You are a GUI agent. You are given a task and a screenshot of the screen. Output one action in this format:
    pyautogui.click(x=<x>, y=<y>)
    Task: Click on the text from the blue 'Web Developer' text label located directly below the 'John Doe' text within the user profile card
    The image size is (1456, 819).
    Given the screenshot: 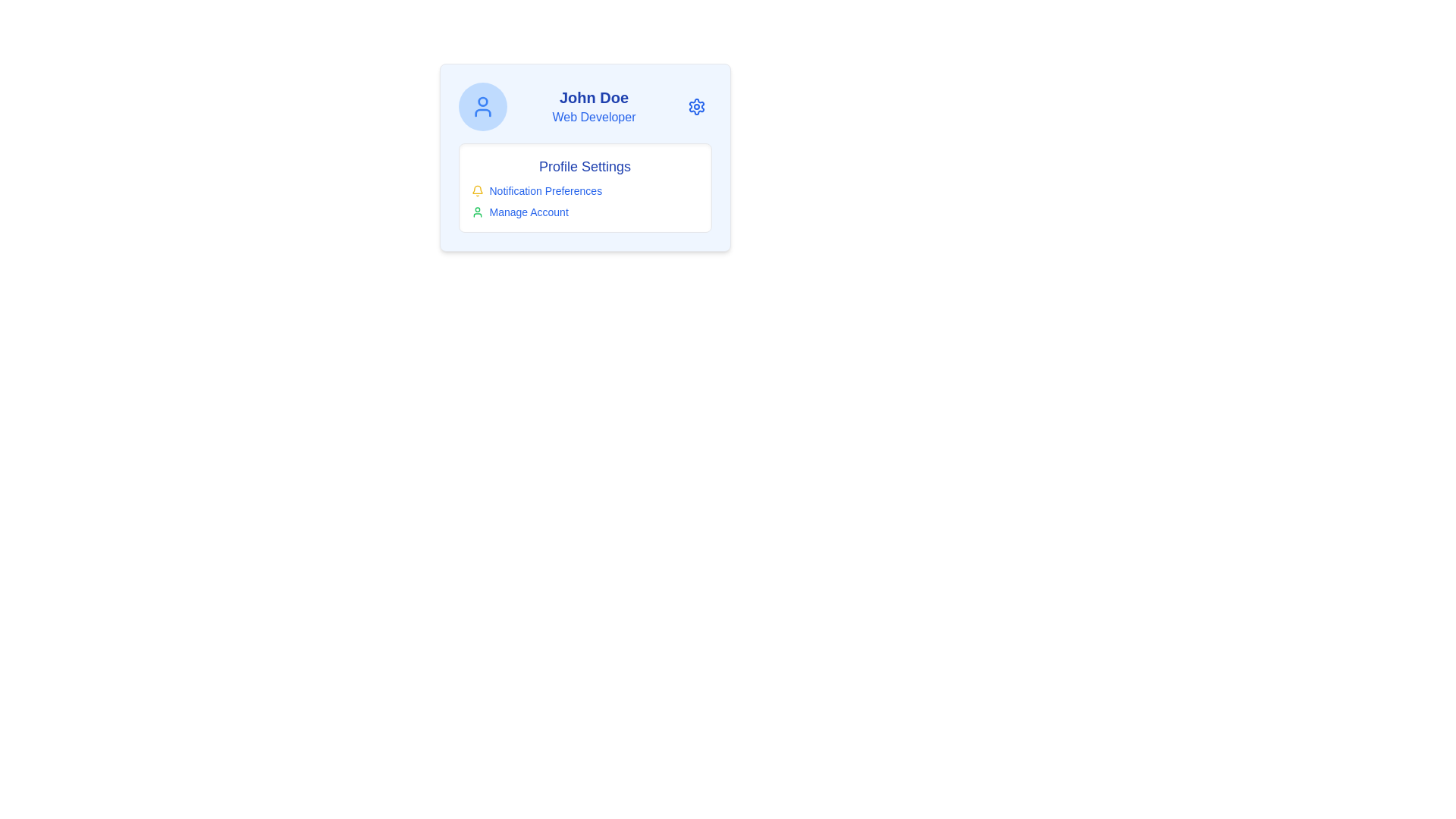 What is the action you would take?
    pyautogui.click(x=593, y=116)
    